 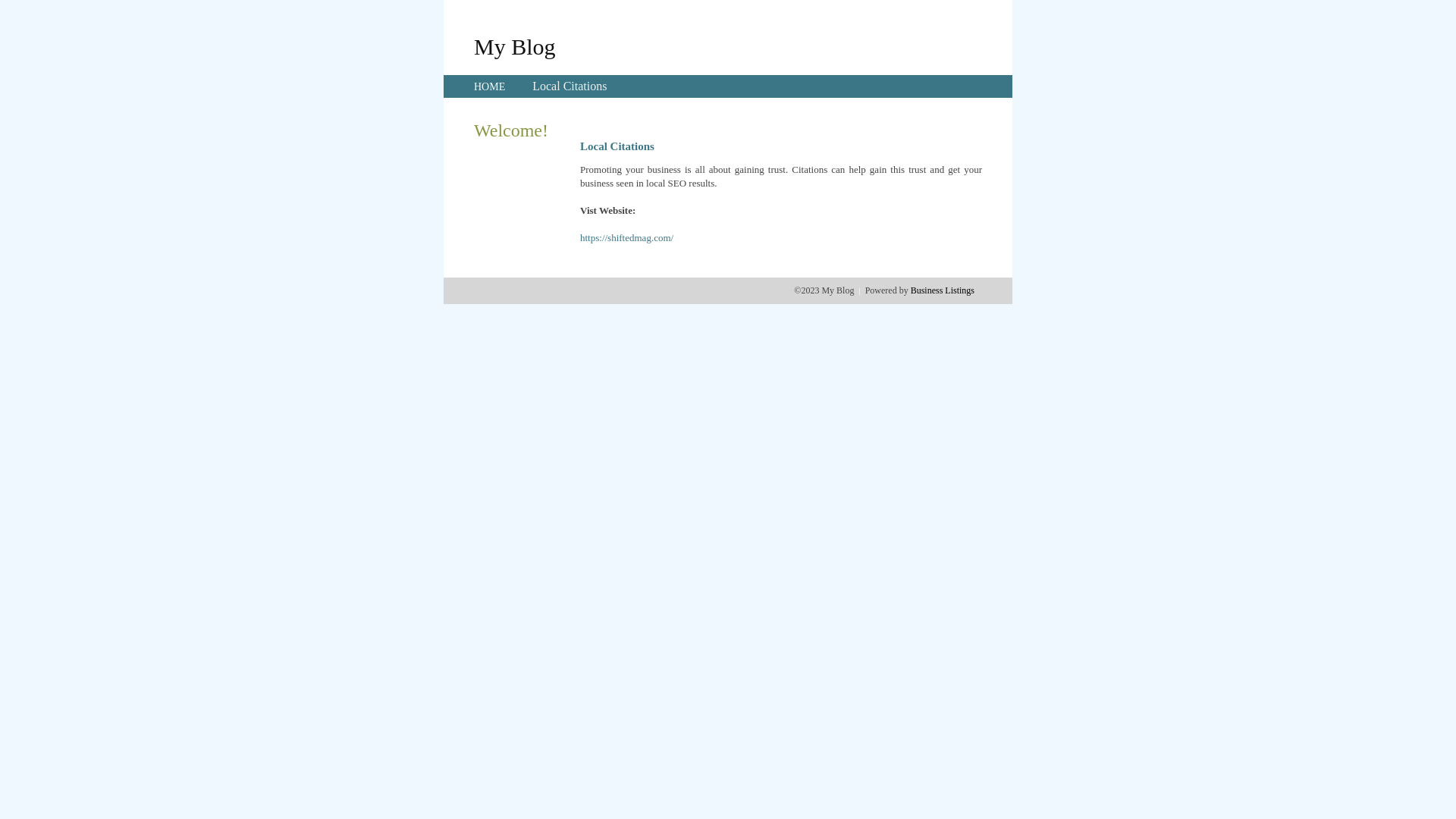 What do you see at coordinates (568, 86) in the screenshot?
I see `'Local Citations'` at bounding box center [568, 86].